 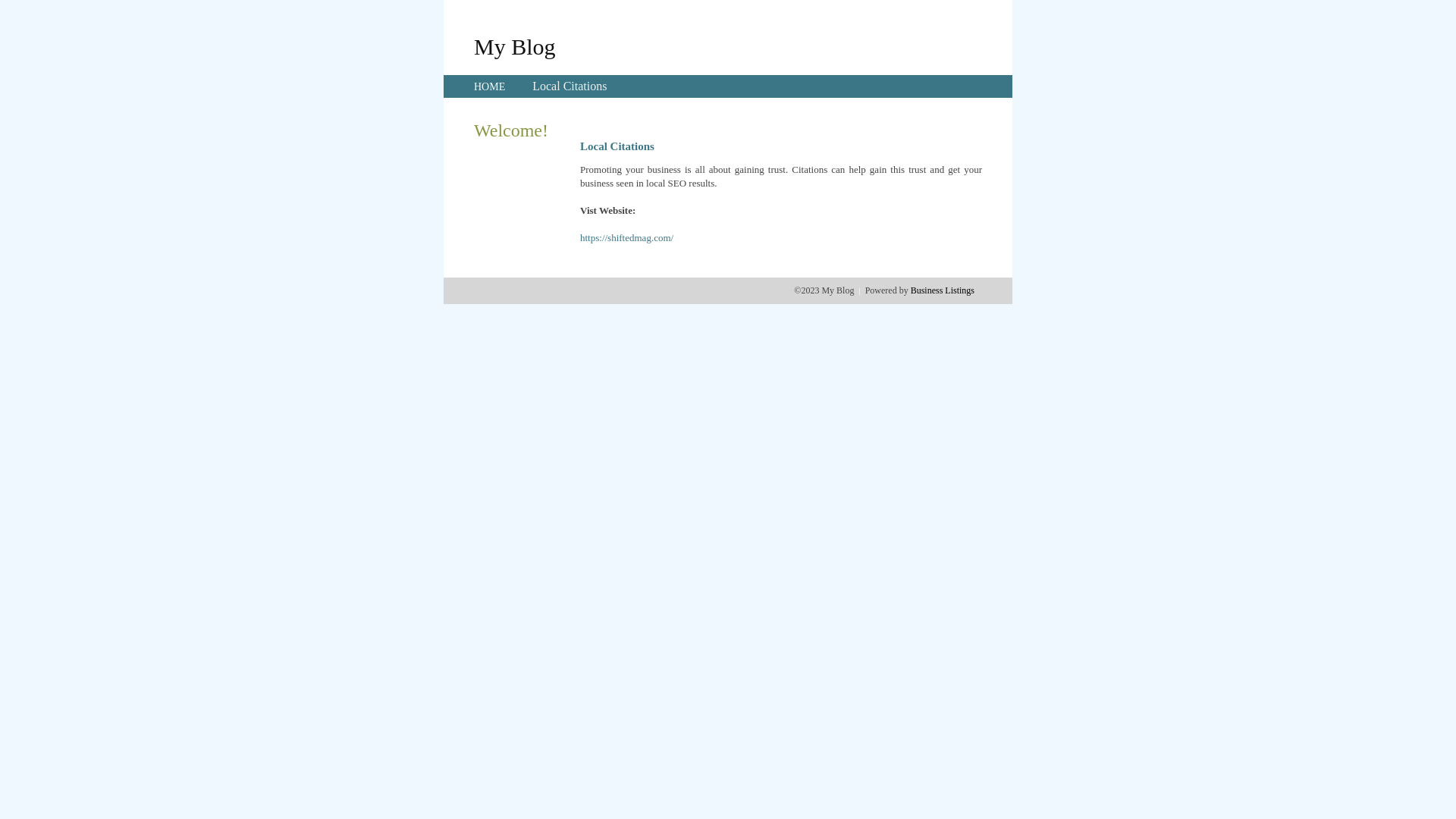 What do you see at coordinates (568, 86) in the screenshot?
I see `'Local Citations'` at bounding box center [568, 86].